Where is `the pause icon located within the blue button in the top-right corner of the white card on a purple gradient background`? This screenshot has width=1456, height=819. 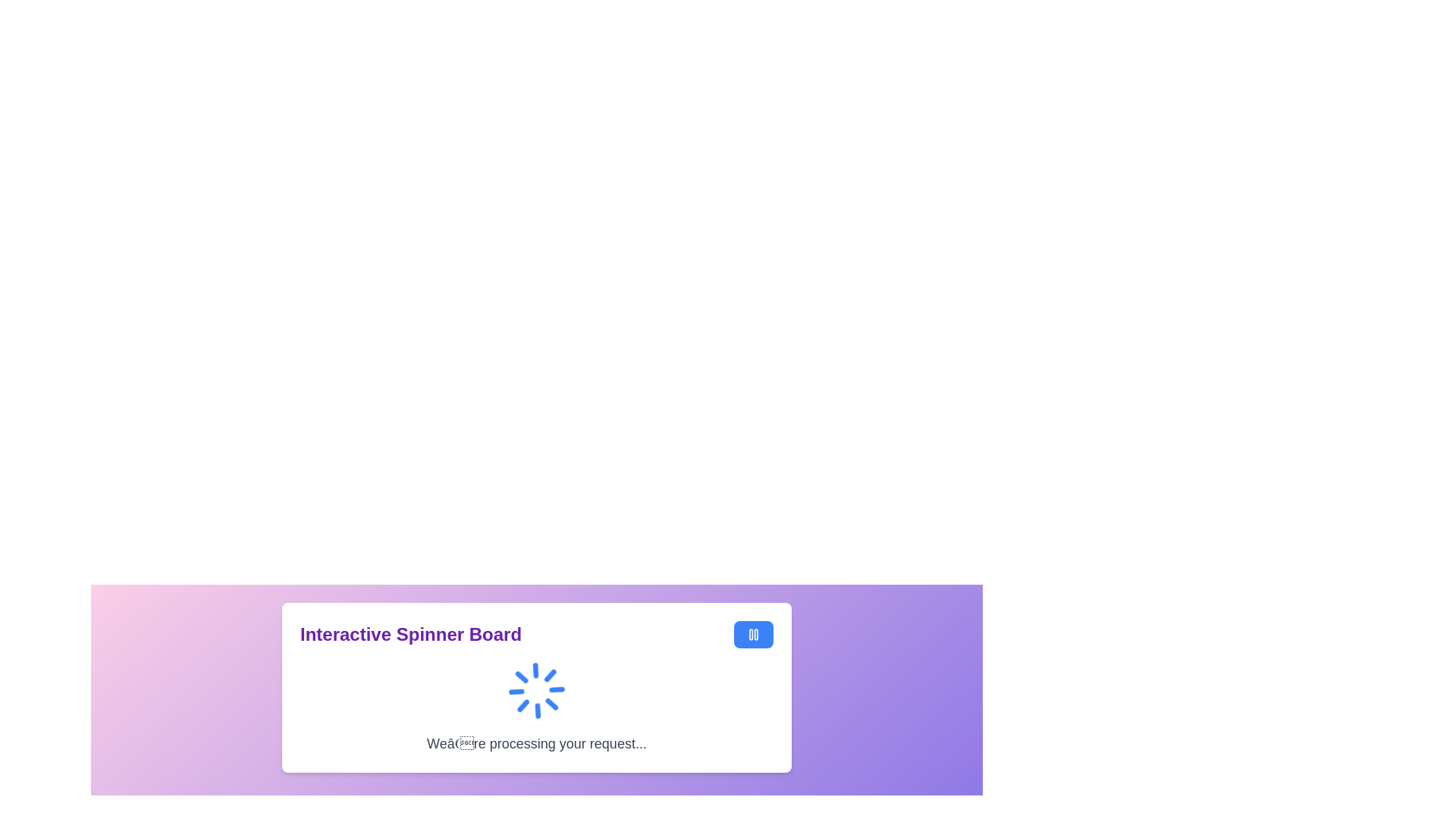
the pause icon located within the blue button in the top-right corner of the white card on a purple gradient background is located at coordinates (753, 635).